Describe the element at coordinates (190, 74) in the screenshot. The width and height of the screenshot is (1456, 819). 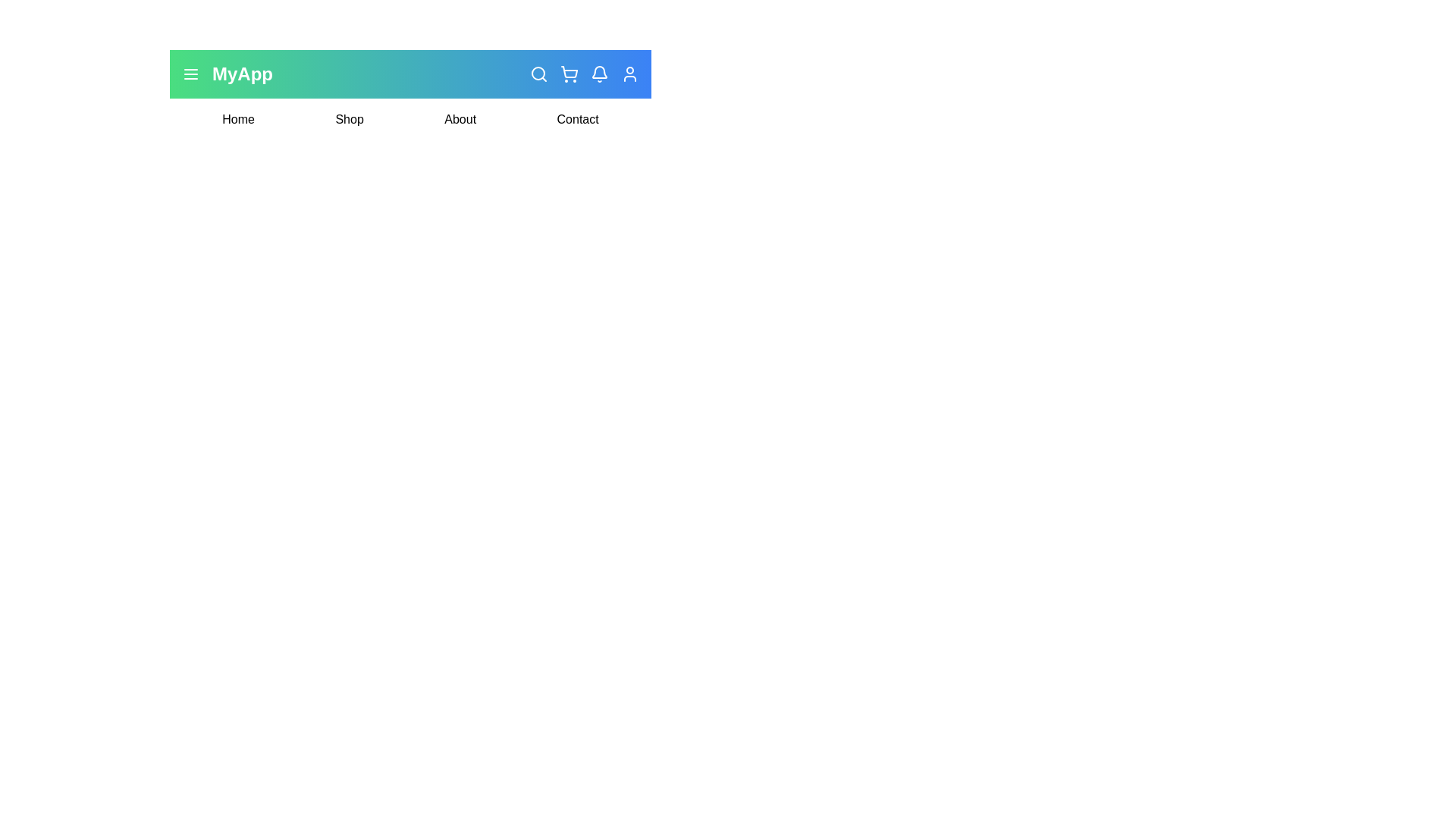
I see `the menu icon to toggle the visibility of the menu` at that location.